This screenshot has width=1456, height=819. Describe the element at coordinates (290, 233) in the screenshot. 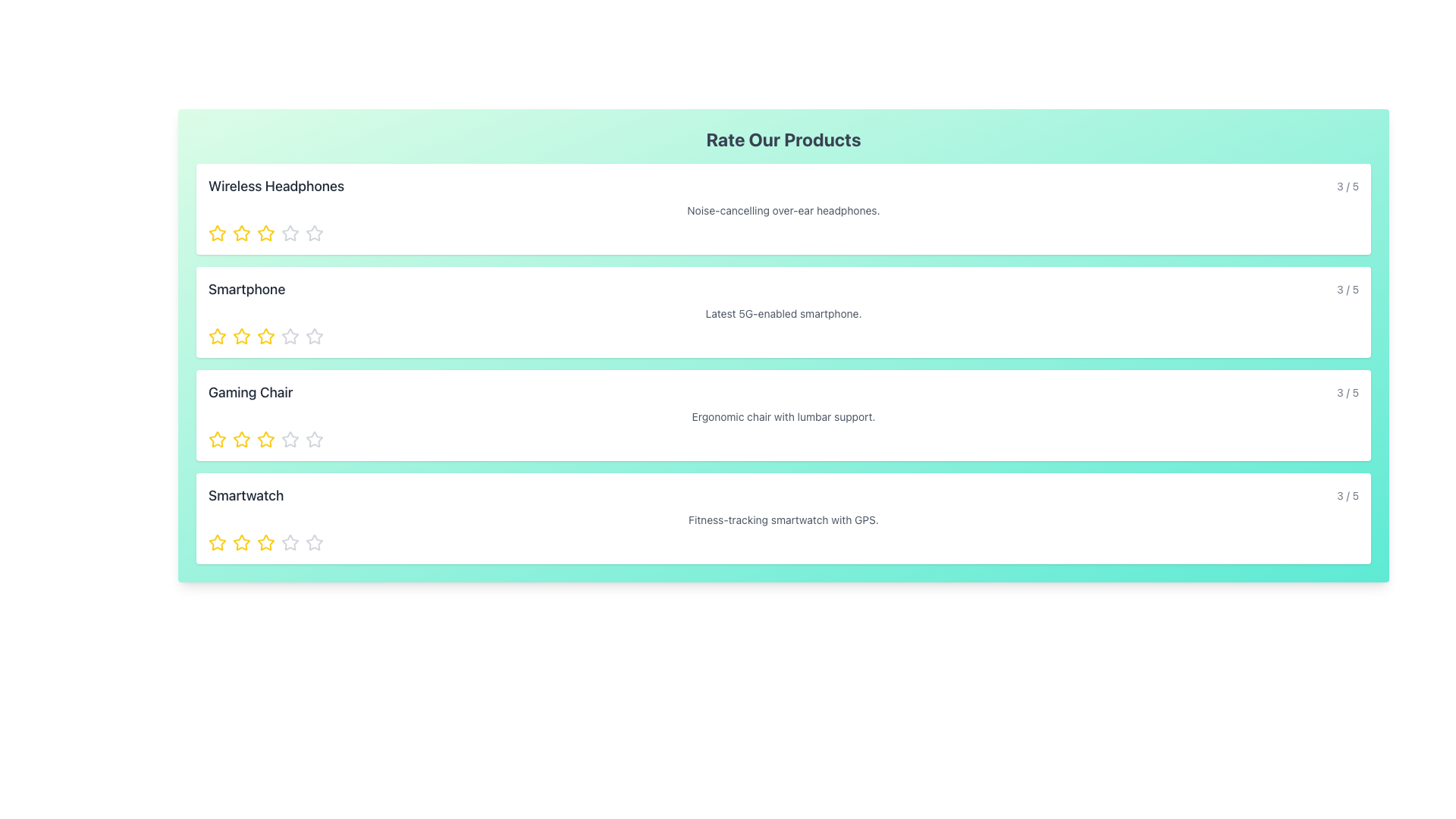

I see `the fourth Rating Star Icon for keyboard navigation` at that location.